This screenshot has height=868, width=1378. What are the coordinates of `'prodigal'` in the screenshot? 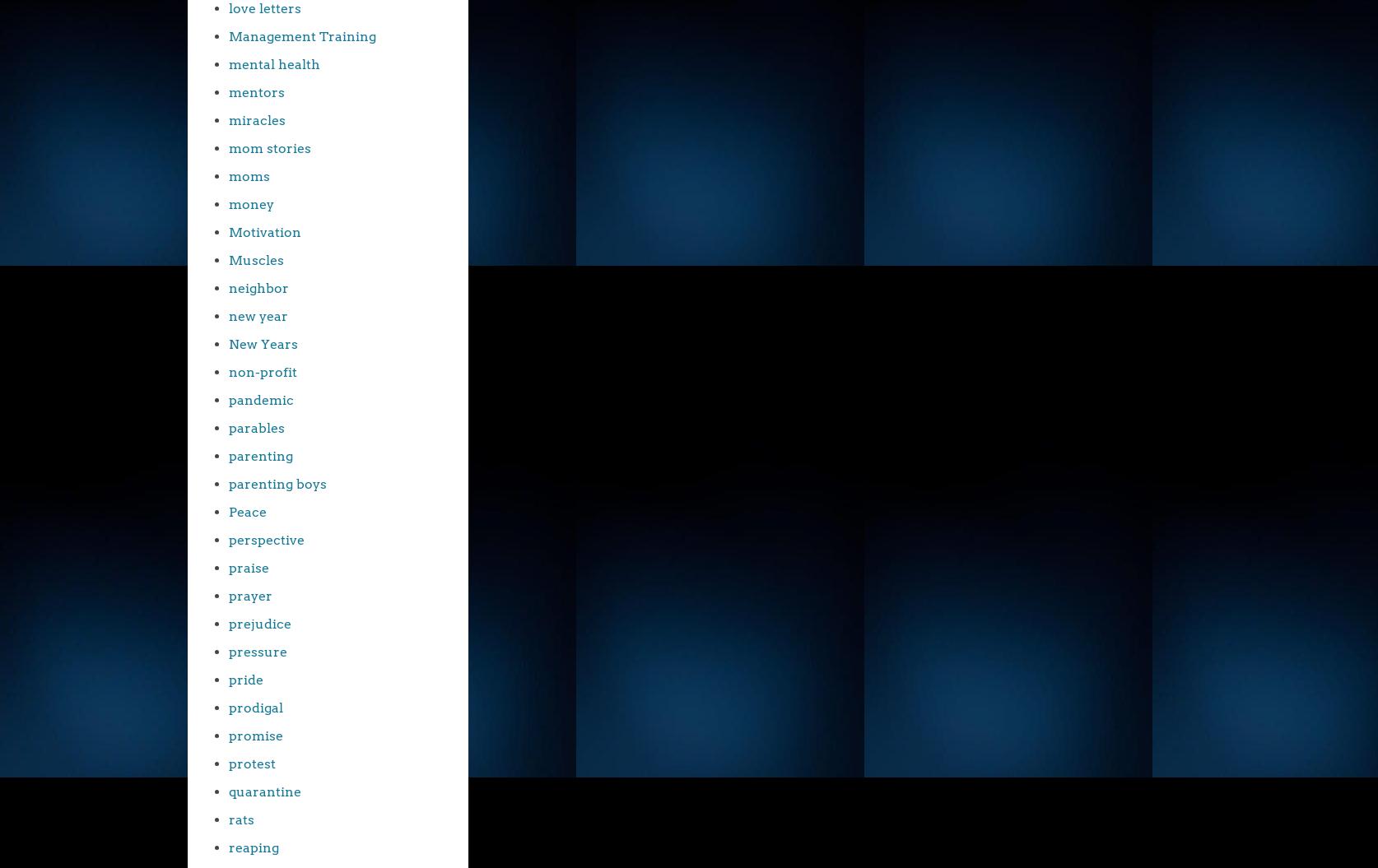 It's located at (256, 708).